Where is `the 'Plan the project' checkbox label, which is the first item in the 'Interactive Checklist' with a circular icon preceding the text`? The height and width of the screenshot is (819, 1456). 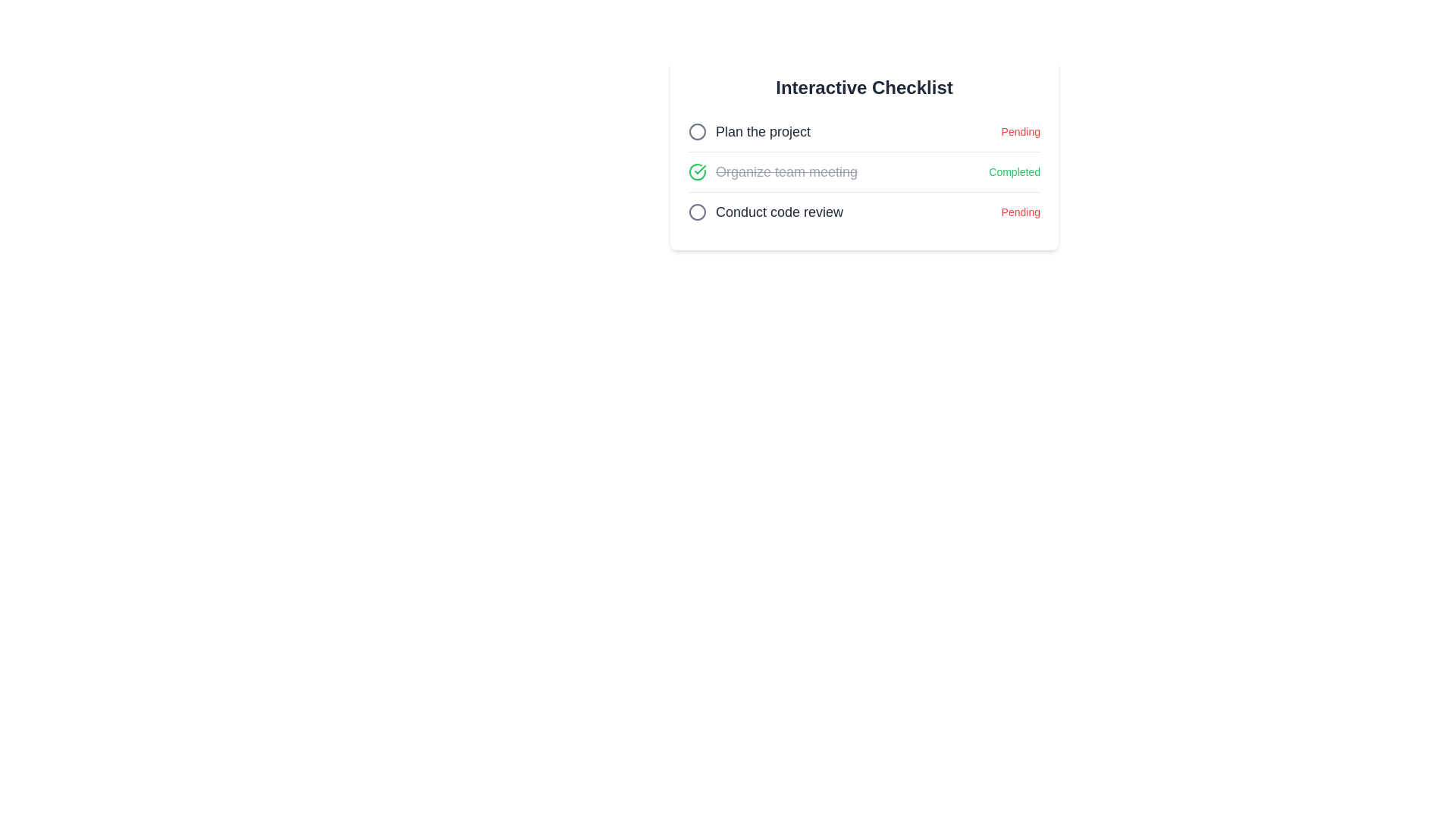 the 'Plan the project' checkbox label, which is the first item in the 'Interactive Checklist' with a circular icon preceding the text is located at coordinates (749, 130).